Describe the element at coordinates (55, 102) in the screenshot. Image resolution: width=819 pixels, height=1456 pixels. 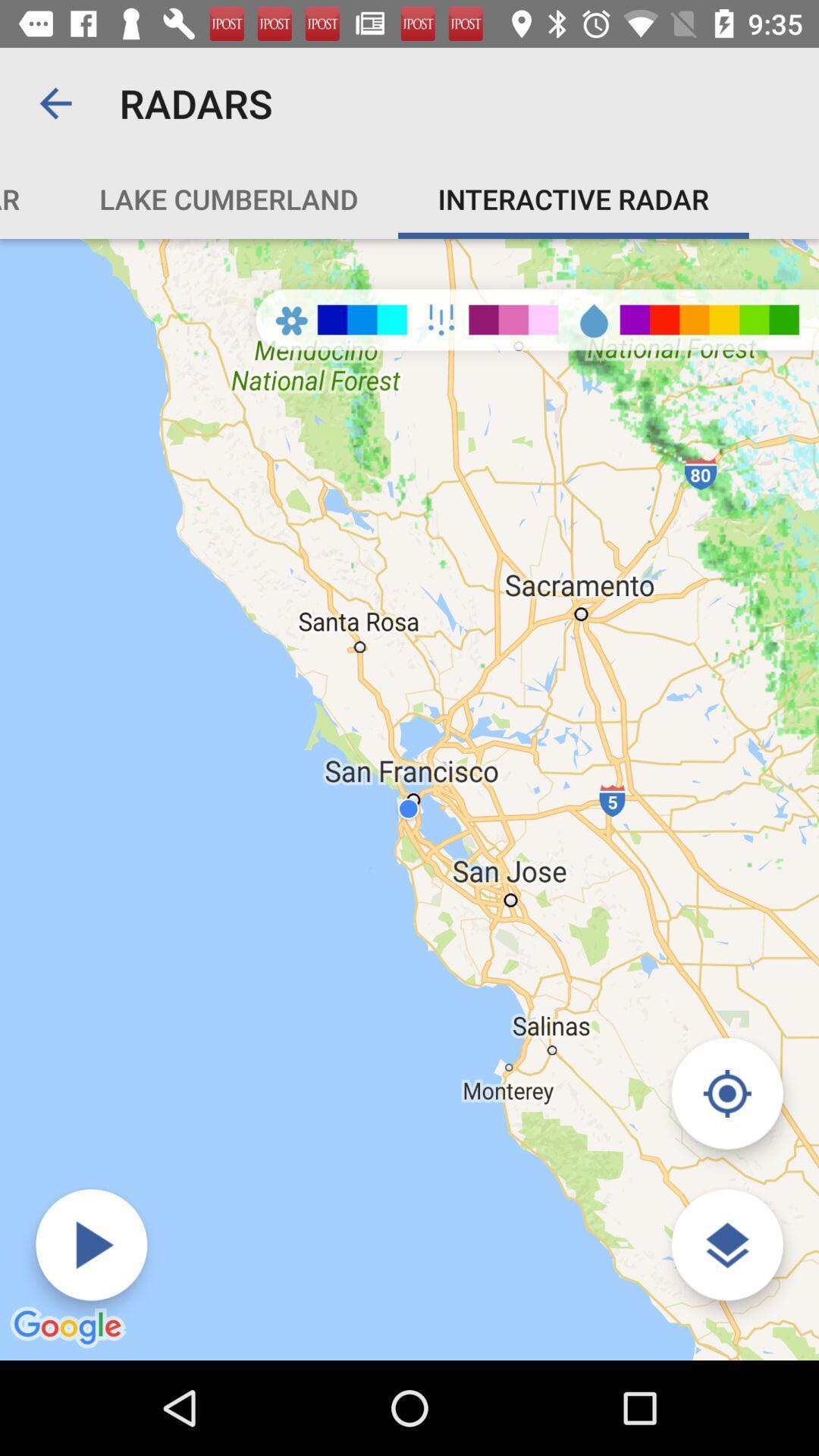
I see `the item above rough river radar item` at that location.